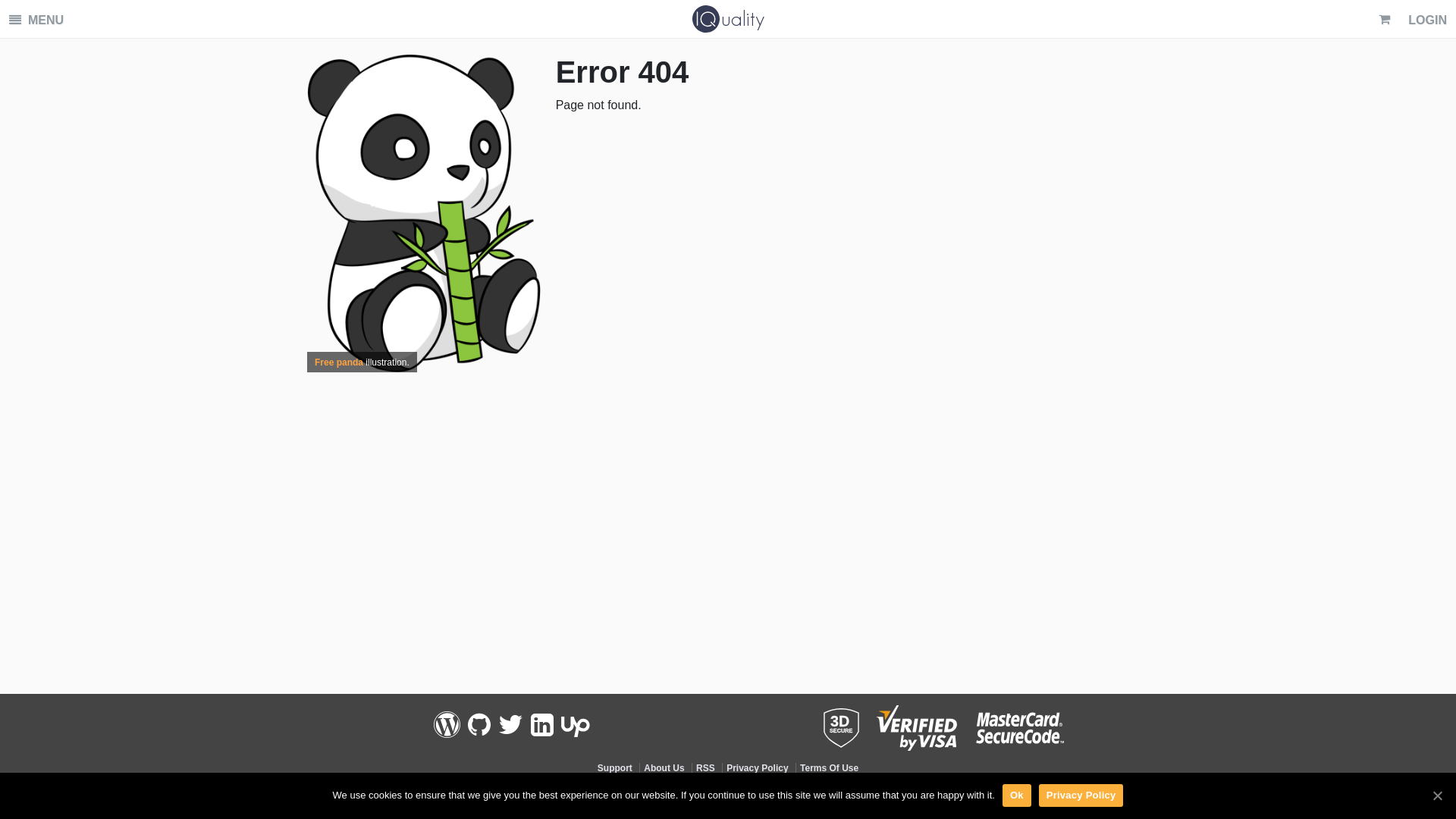 The width and height of the screenshot is (1456, 819). Describe the element at coordinates (574, 724) in the screenshot. I see `'Follow us on UpWork'` at that location.